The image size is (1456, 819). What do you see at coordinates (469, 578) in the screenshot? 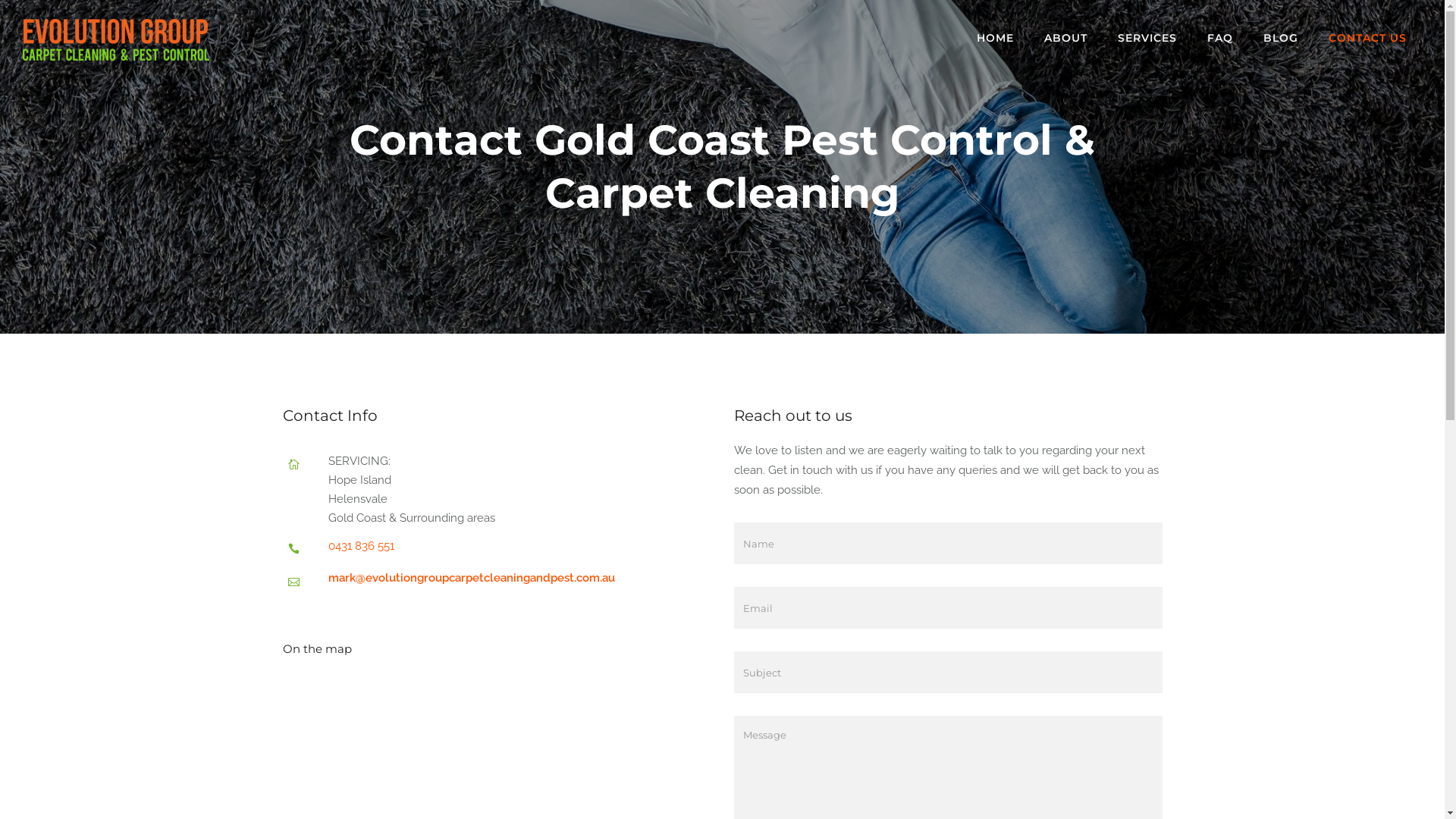
I see `'mark@evolutiongroupcarpetcleaningandpest.com.au'` at bounding box center [469, 578].